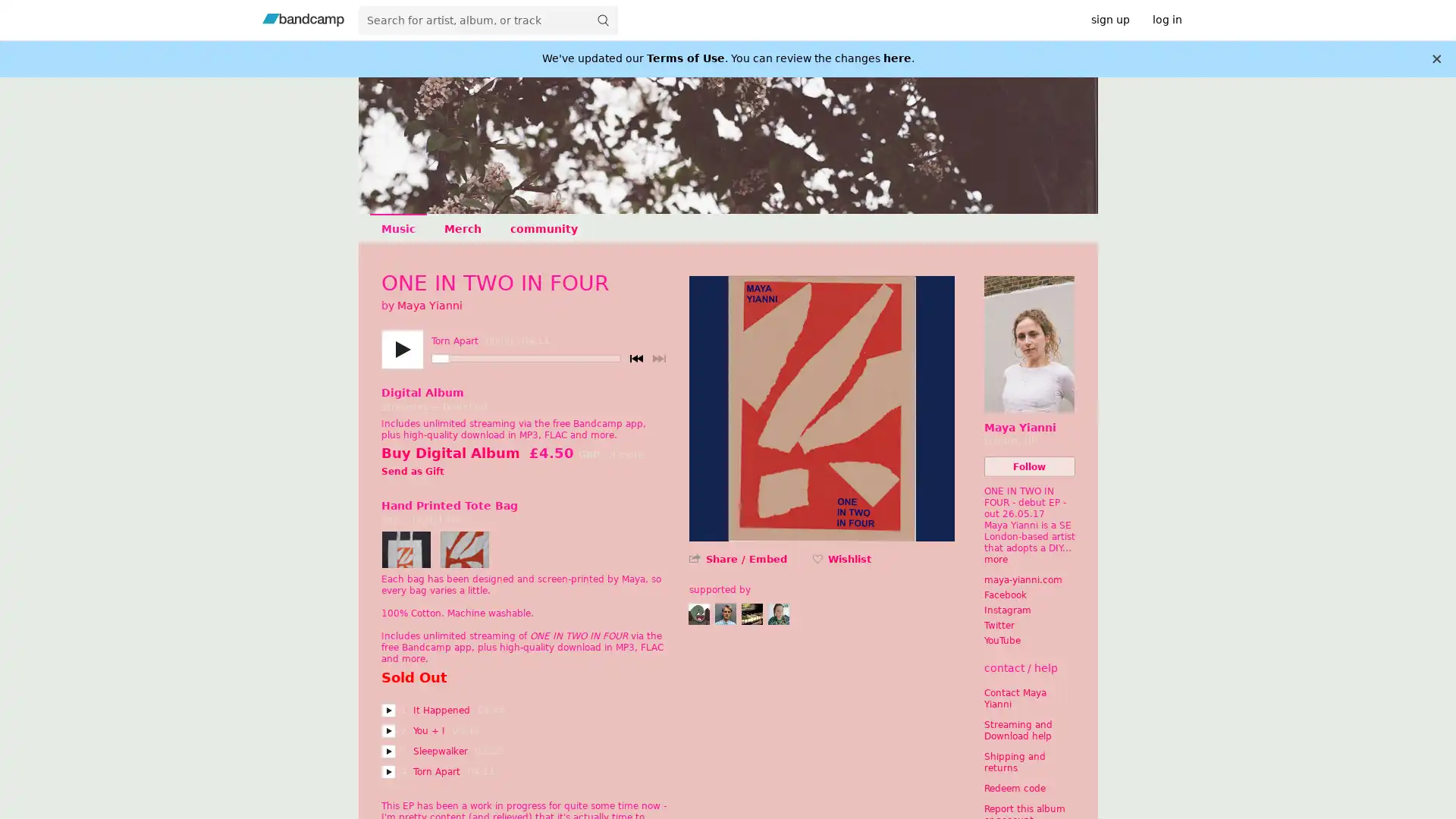 The width and height of the screenshot is (1456, 819). I want to click on Next track, so click(658, 359).